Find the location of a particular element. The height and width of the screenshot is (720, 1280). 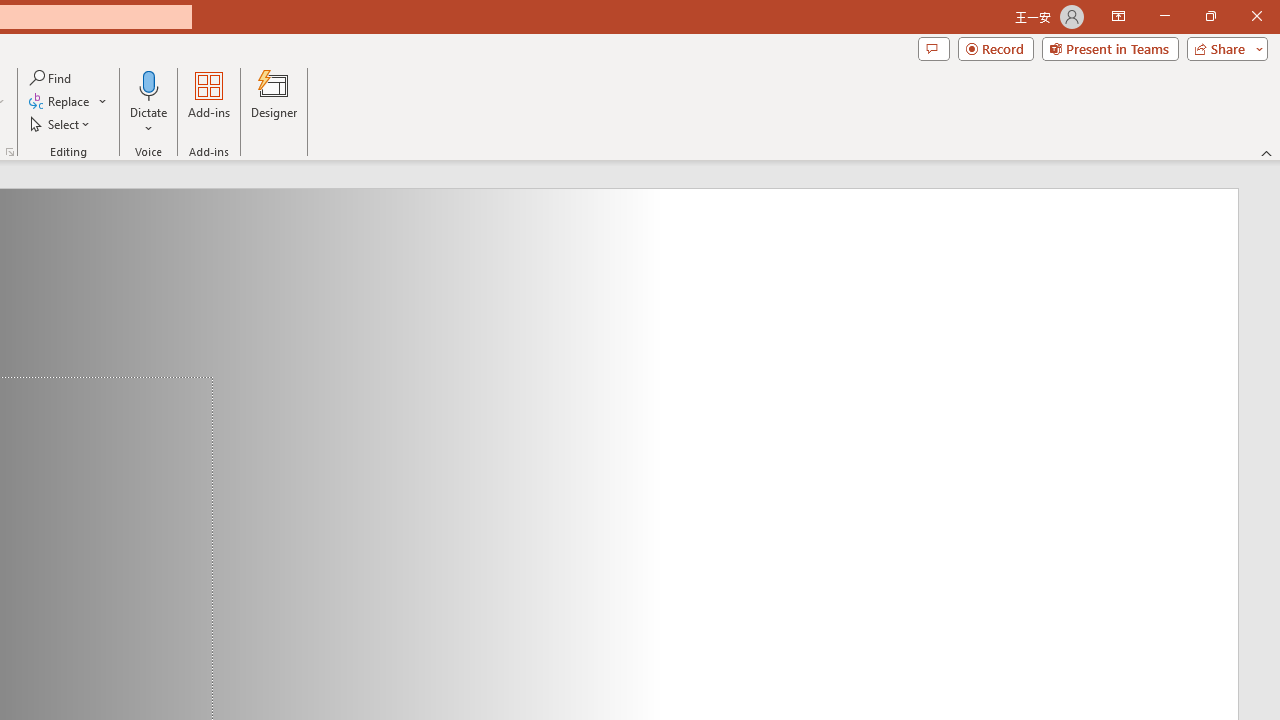

'Restore Down' is located at coordinates (1209, 16).